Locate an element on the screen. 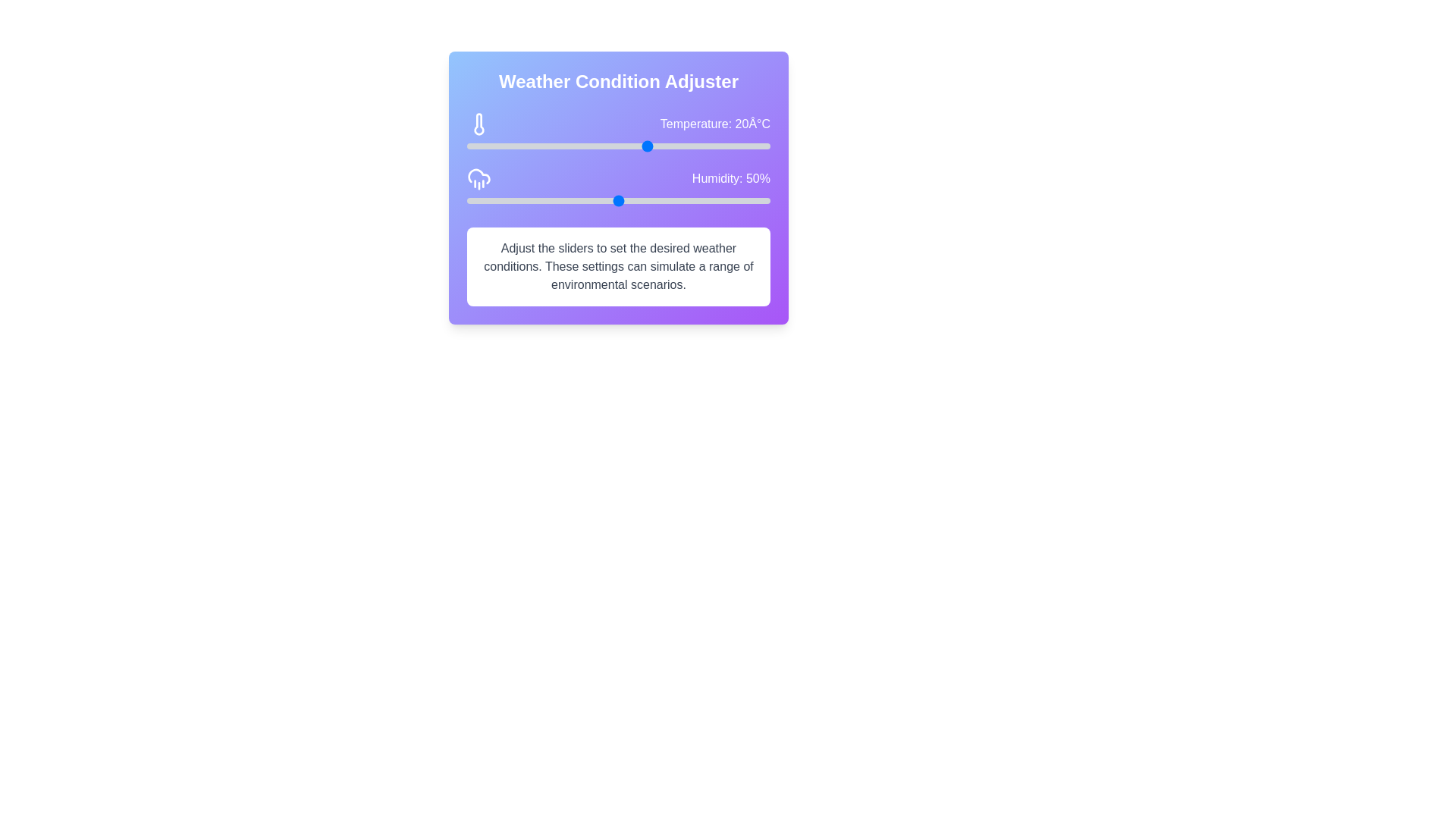 The image size is (1456, 819). the temperature slider to set the temperature to 7°C is located at coordinates (570, 146).